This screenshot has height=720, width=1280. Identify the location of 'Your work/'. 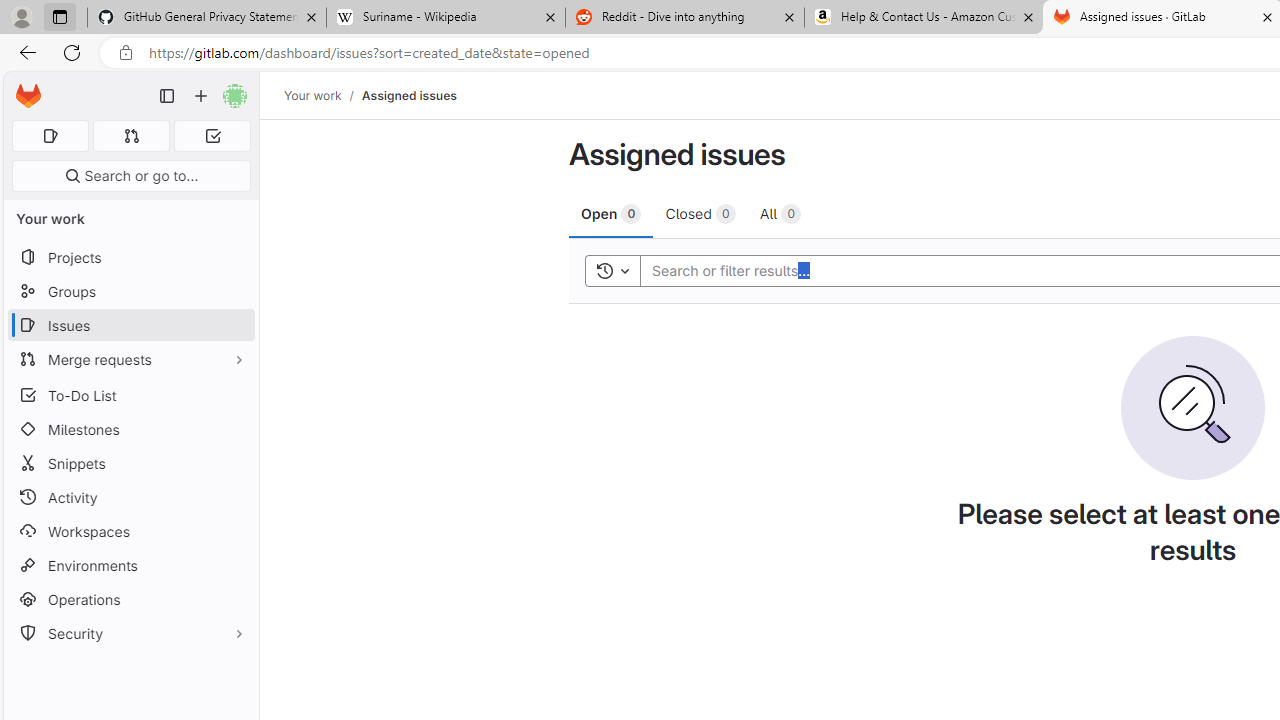
(323, 95).